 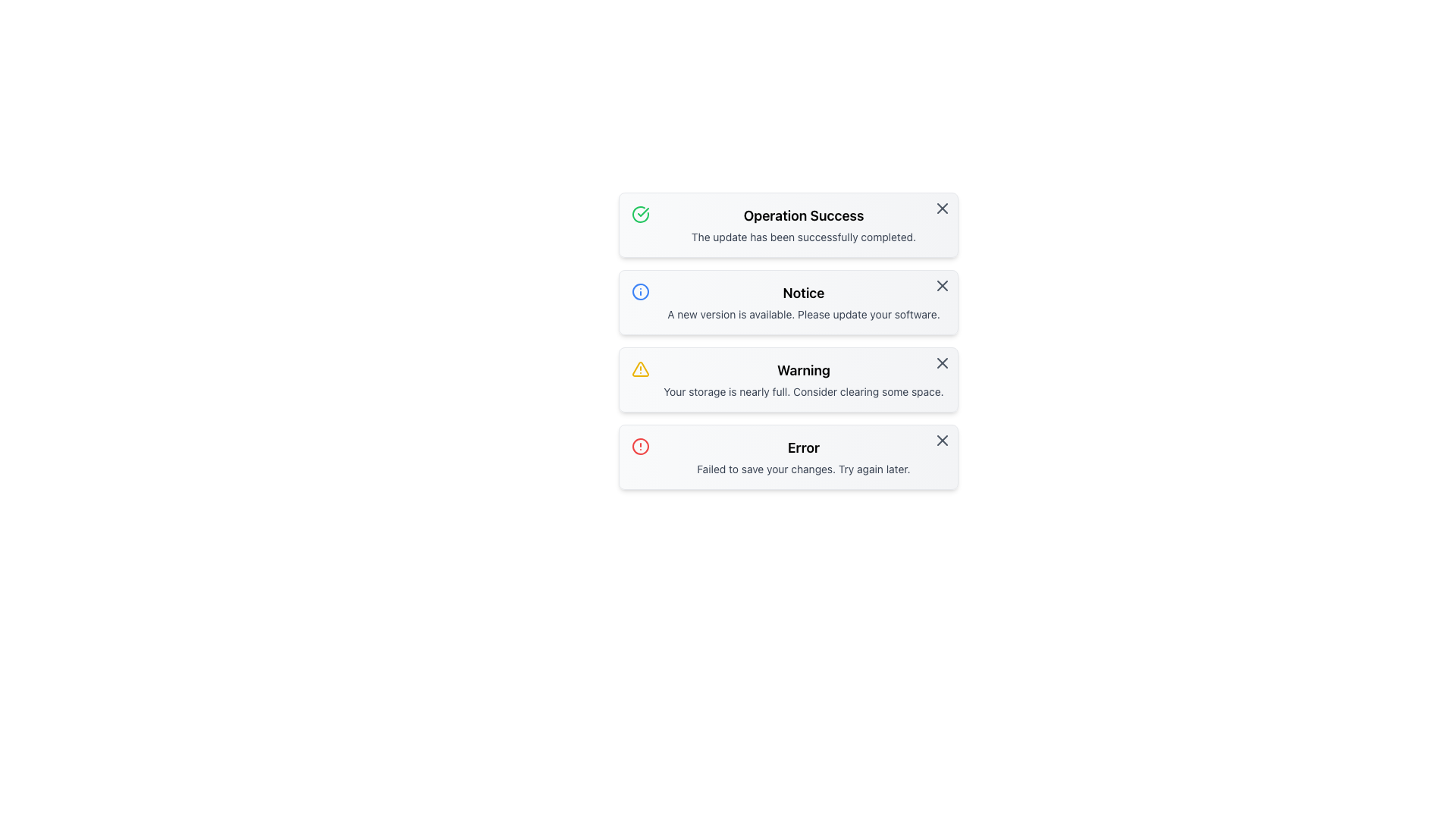 I want to click on text snippet that says 'Failed to save your changes. Try again later.' located below the bold 'Error' title in the notification box, so click(x=803, y=468).